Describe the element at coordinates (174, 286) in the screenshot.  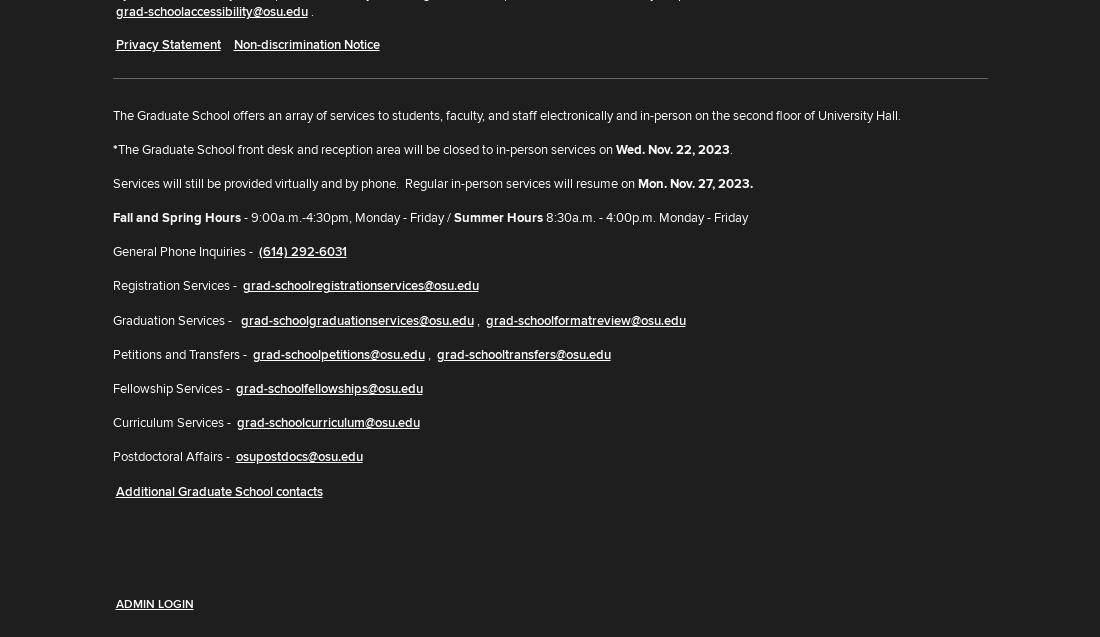
I see `'Registration Services -'` at that location.